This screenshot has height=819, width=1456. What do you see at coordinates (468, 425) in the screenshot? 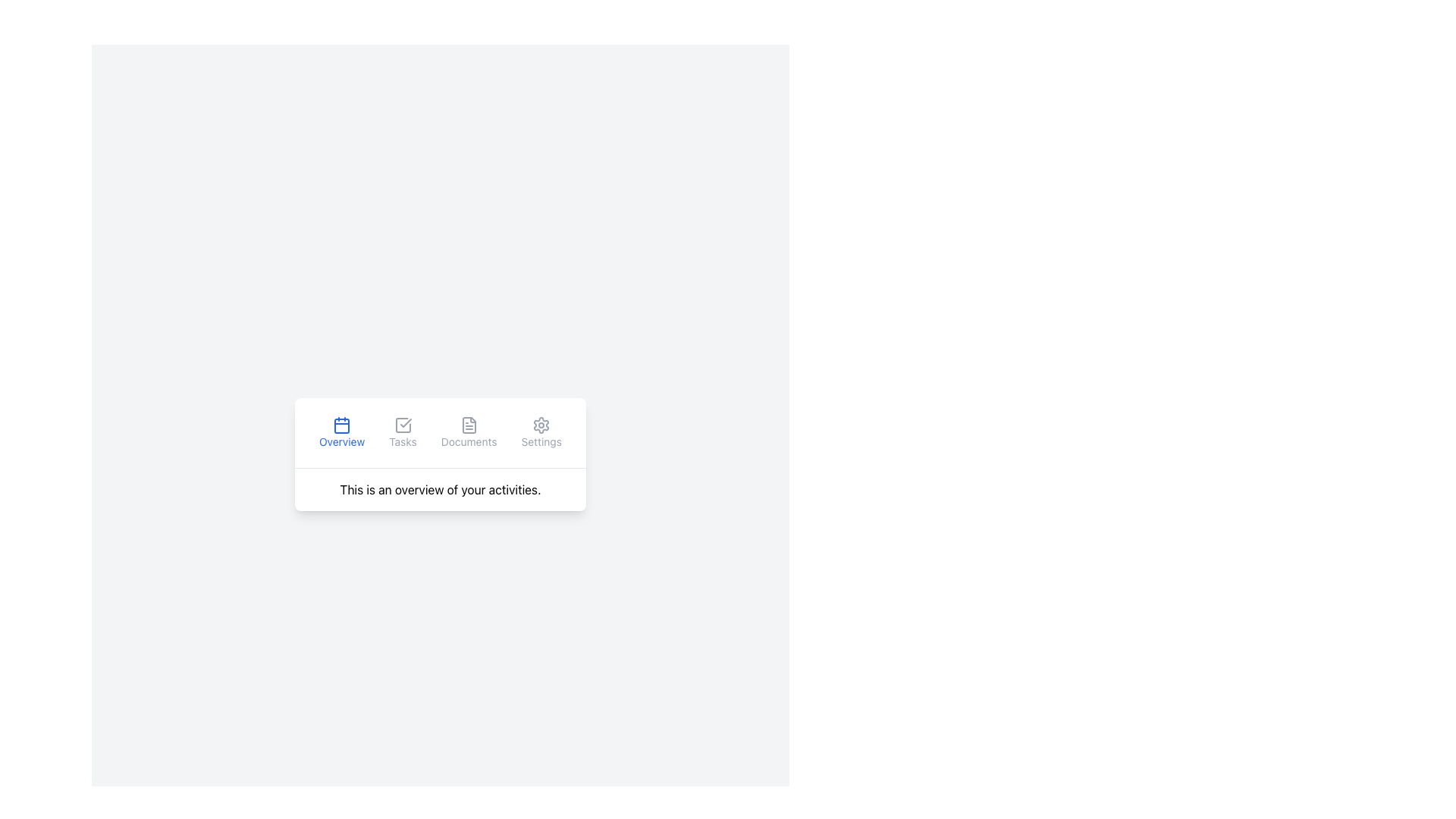
I see `the 'Documents' icon located in the center of the bottom-centered navigation panel, which is the third item out of four options` at bounding box center [468, 425].